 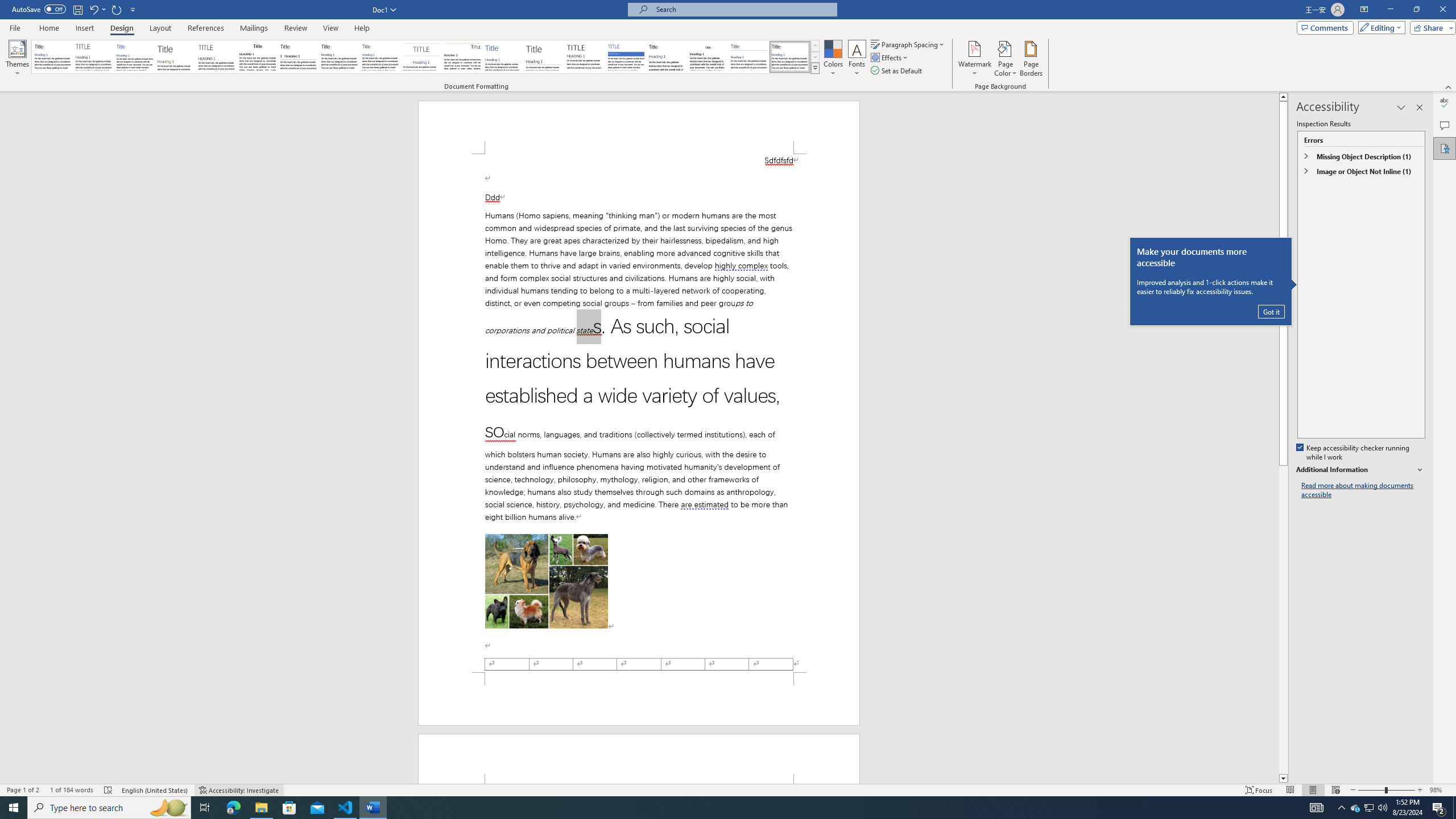 What do you see at coordinates (814, 67) in the screenshot?
I see `'Style Set'` at bounding box center [814, 67].